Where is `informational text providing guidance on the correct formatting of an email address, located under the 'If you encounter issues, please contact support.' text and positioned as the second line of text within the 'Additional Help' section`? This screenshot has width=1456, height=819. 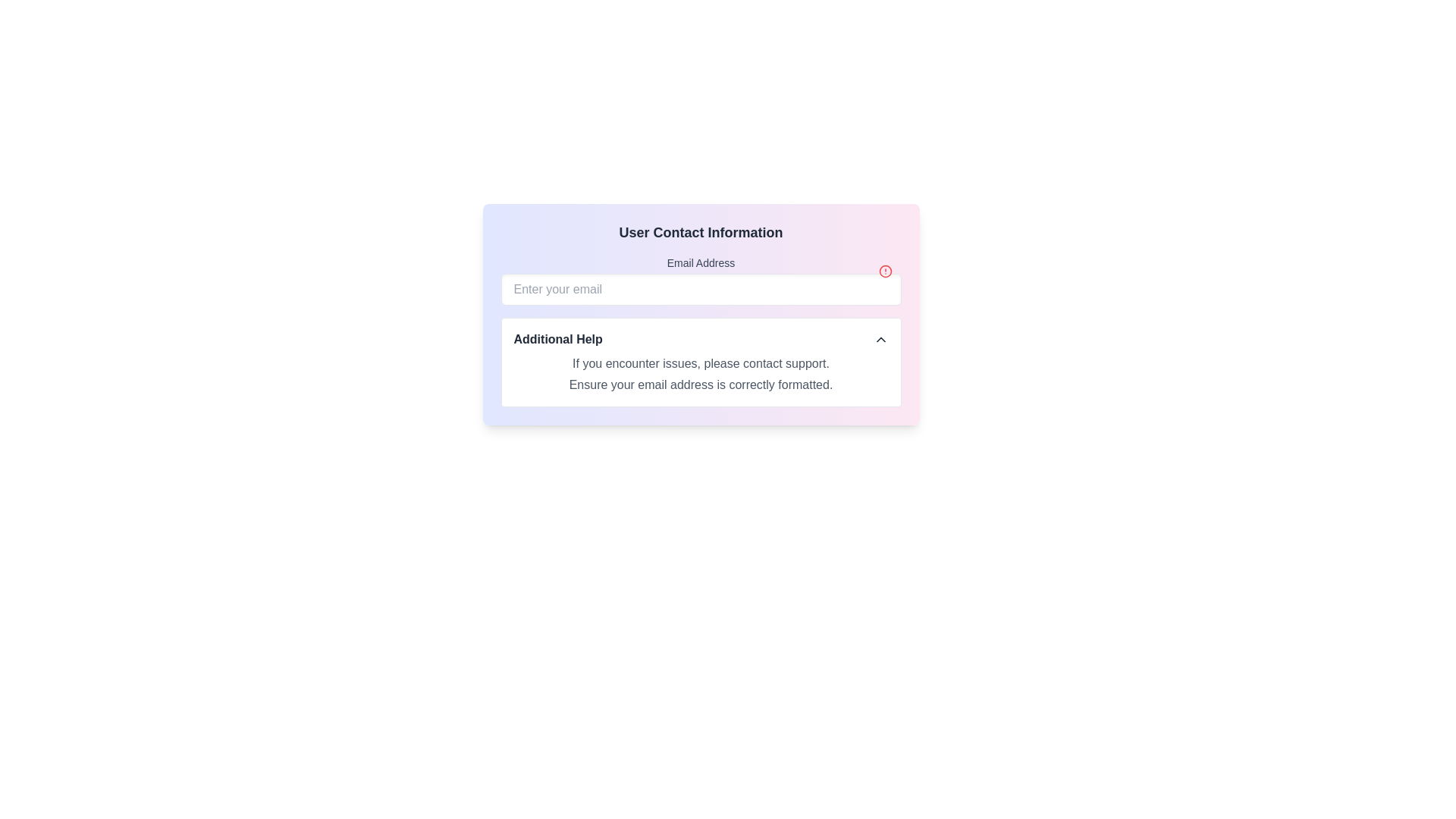 informational text providing guidance on the correct formatting of an email address, located under the 'If you encounter issues, please contact support.' text and positioned as the second line of text within the 'Additional Help' section is located at coordinates (700, 384).